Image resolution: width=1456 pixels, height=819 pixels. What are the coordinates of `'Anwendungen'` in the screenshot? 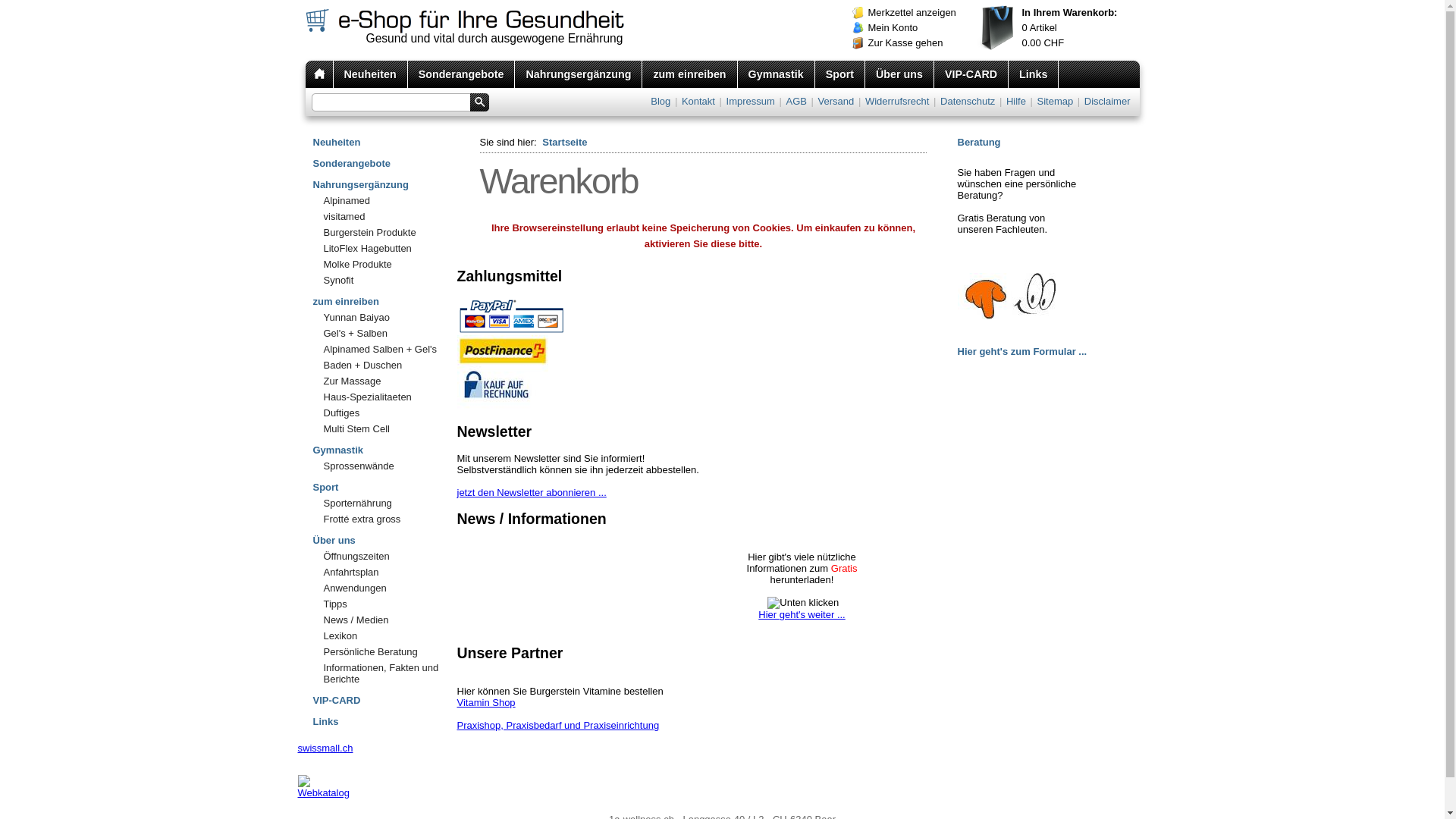 It's located at (384, 587).